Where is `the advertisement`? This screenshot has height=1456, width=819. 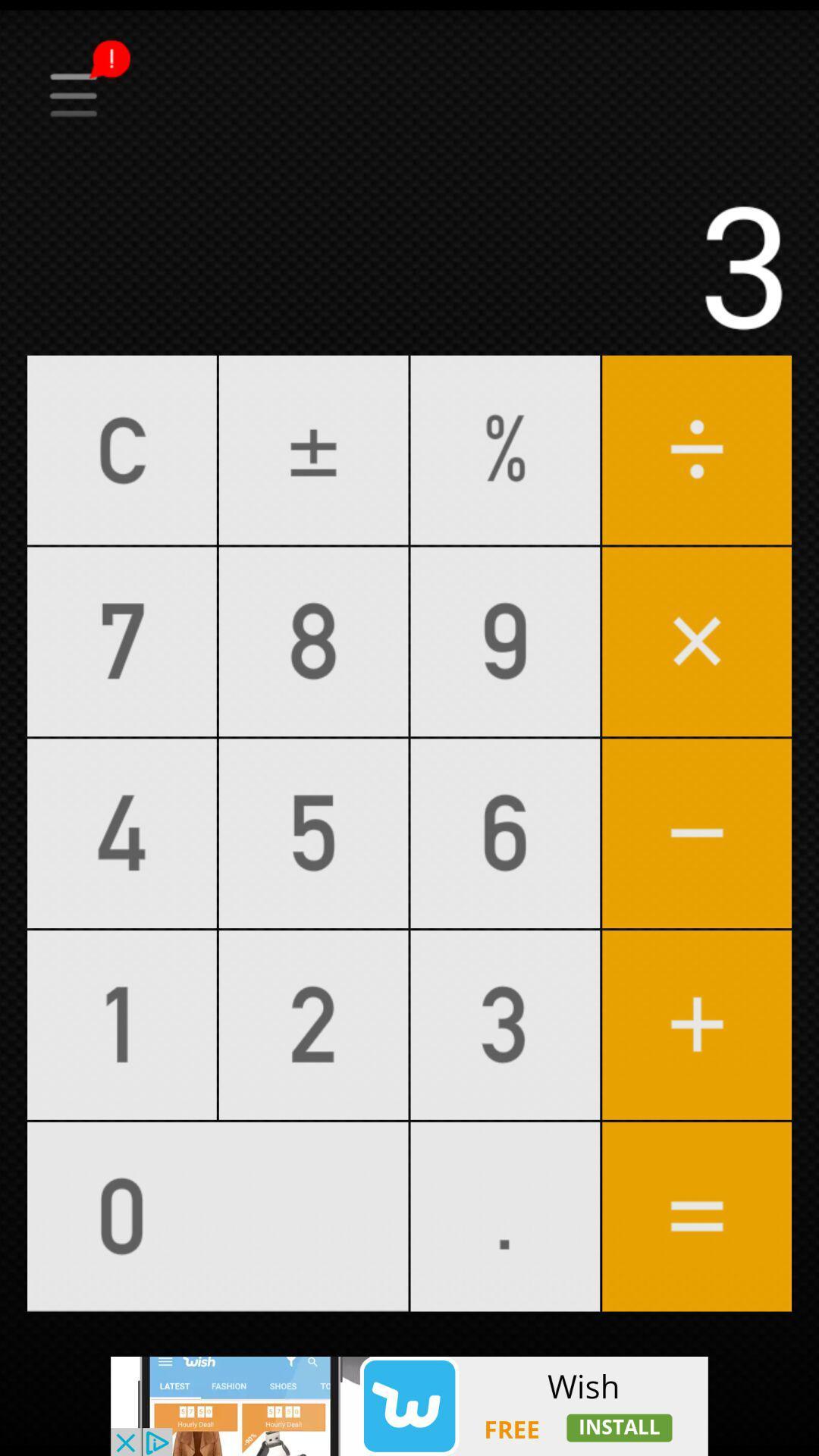
the advertisement is located at coordinates (409, 1405).